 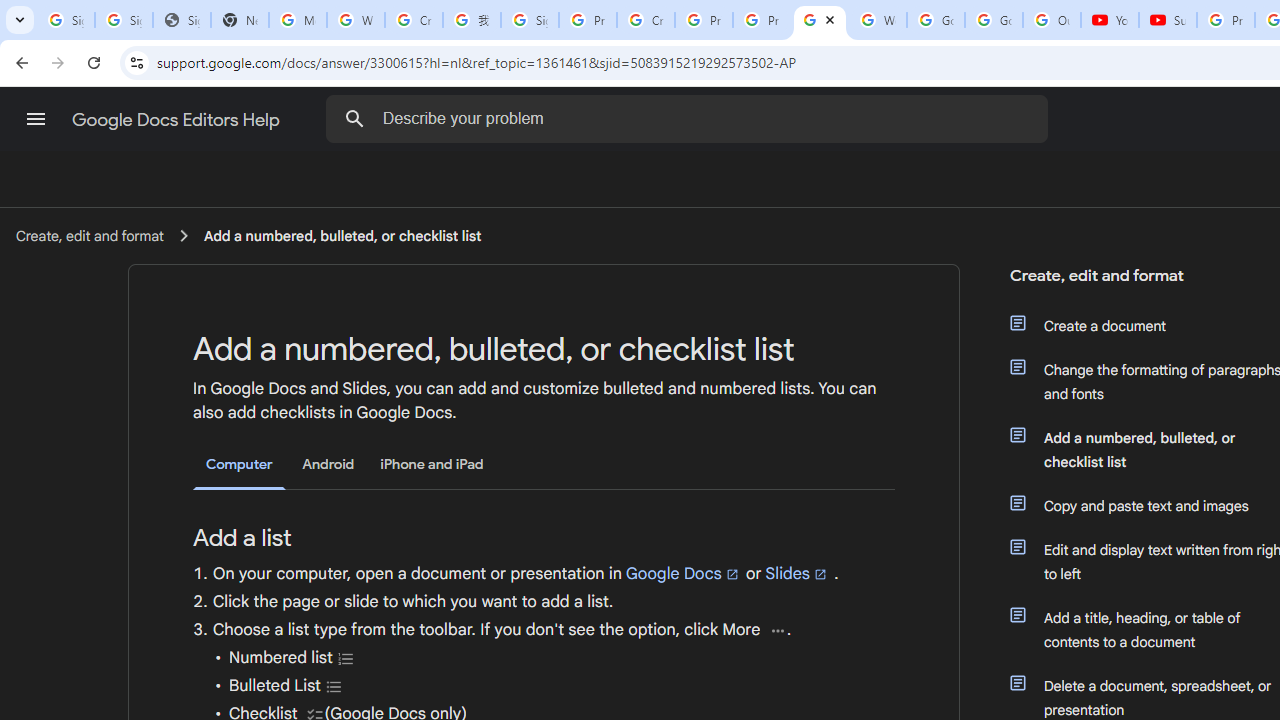 What do you see at coordinates (239, 465) in the screenshot?
I see `'Computer'` at bounding box center [239, 465].